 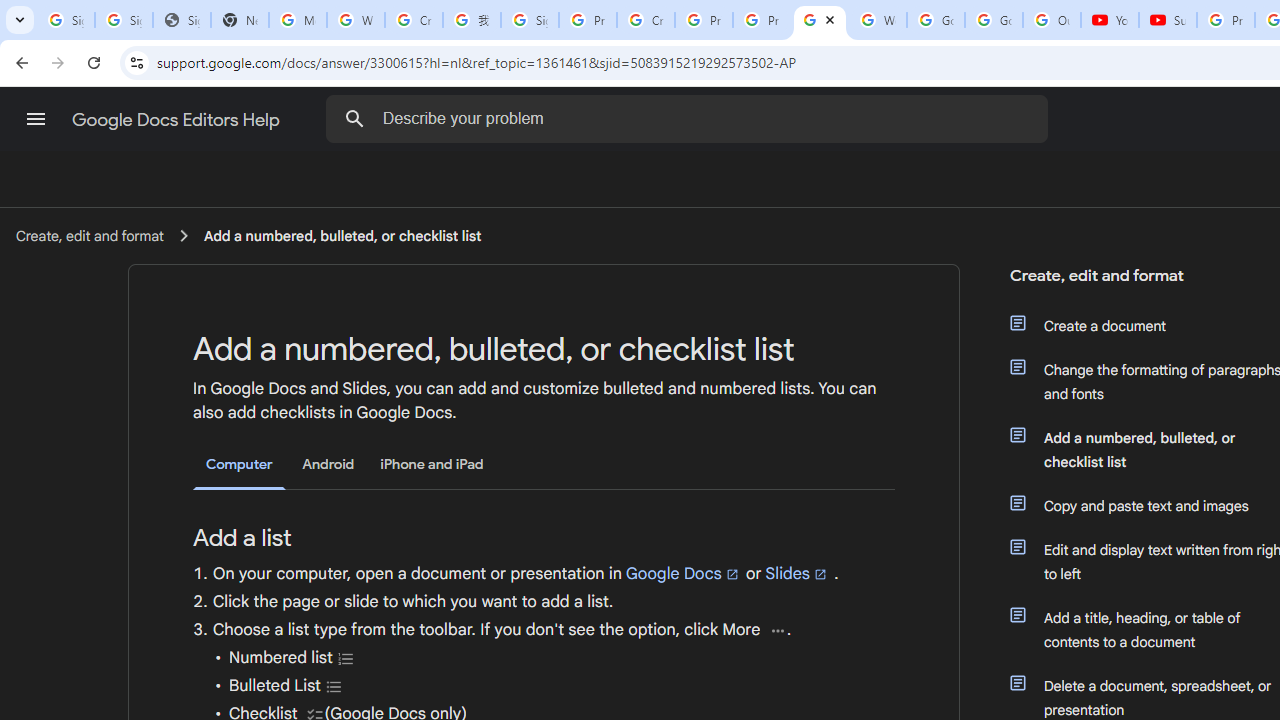 What do you see at coordinates (239, 465) in the screenshot?
I see `'Computer'` at bounding box center [239, 465].